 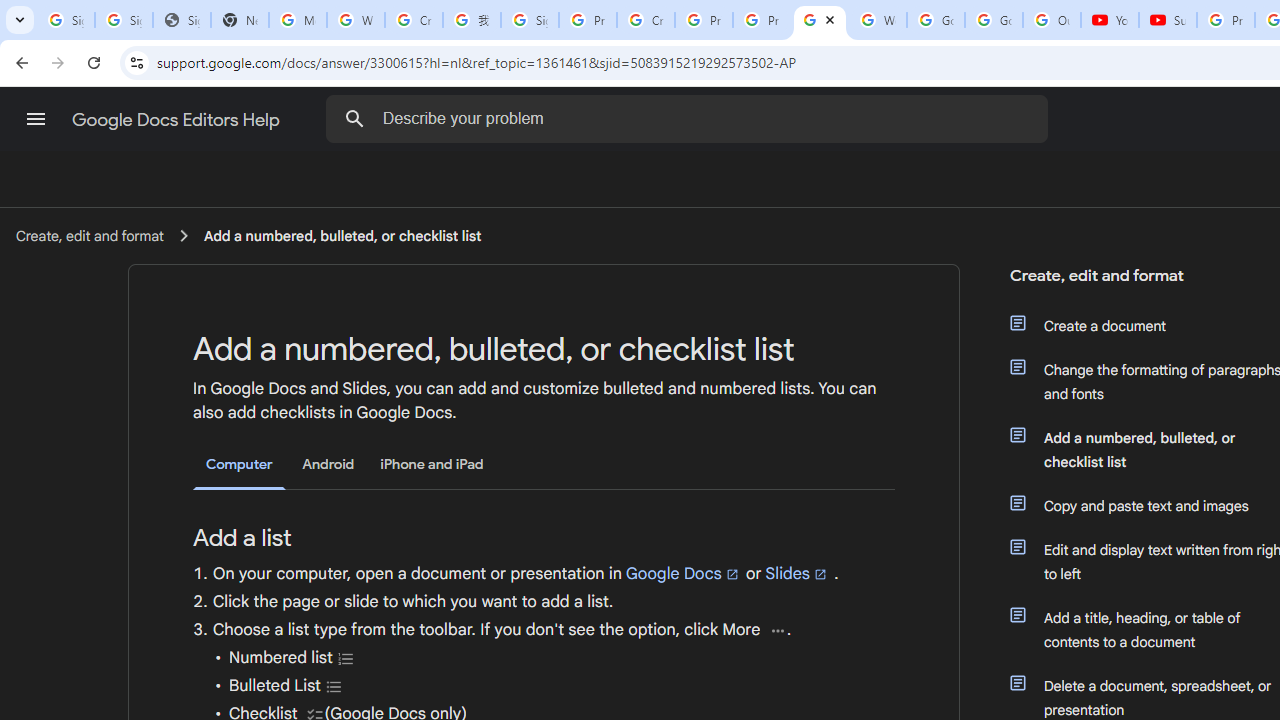 What do you see at coordinates (239, 465) in the screenshot?
I see `'Computer'` at bounding box center [239, 465].